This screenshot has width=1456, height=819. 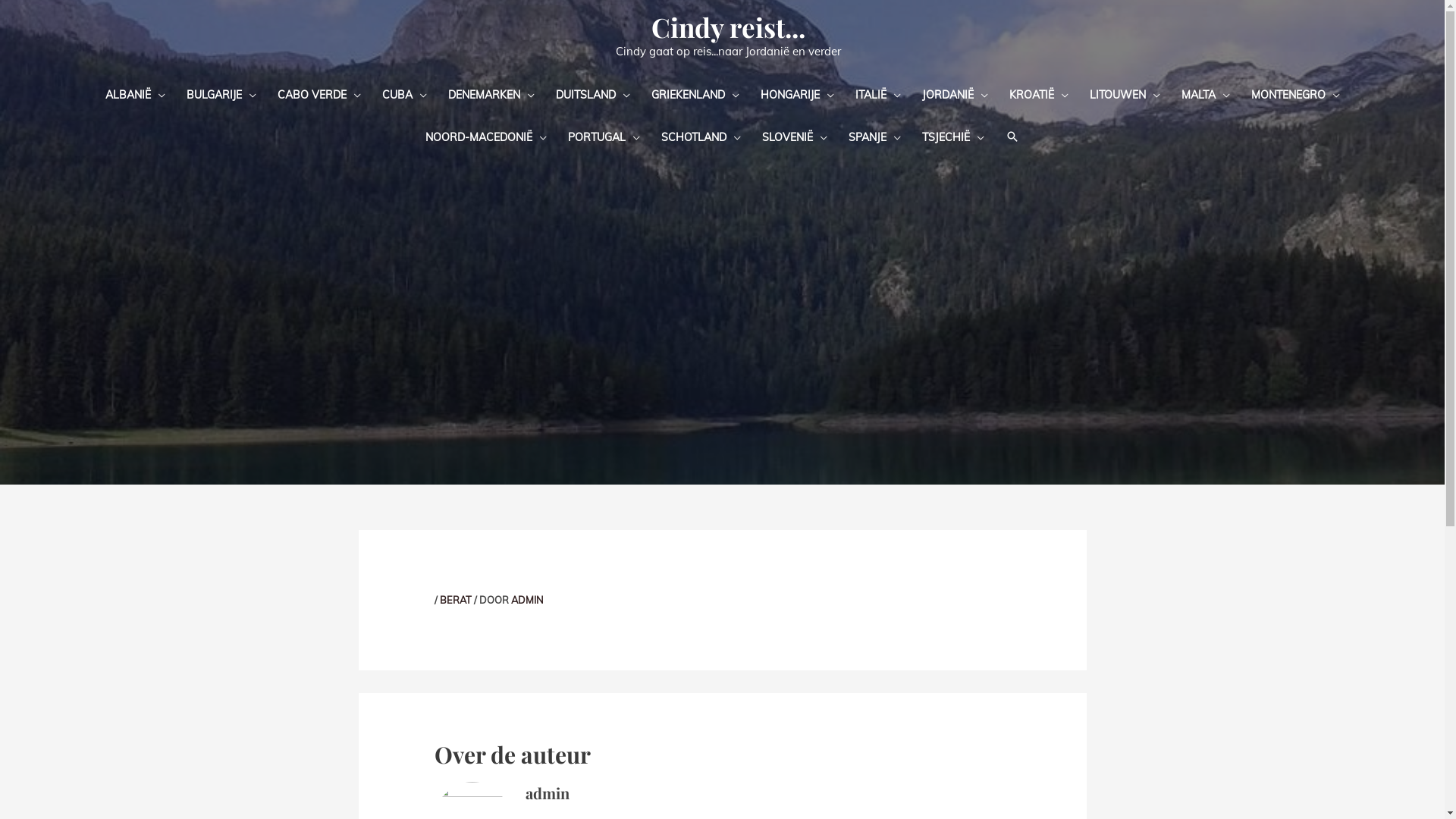 I want to click on 'DUITSLAND', so click(x=591, y=93).